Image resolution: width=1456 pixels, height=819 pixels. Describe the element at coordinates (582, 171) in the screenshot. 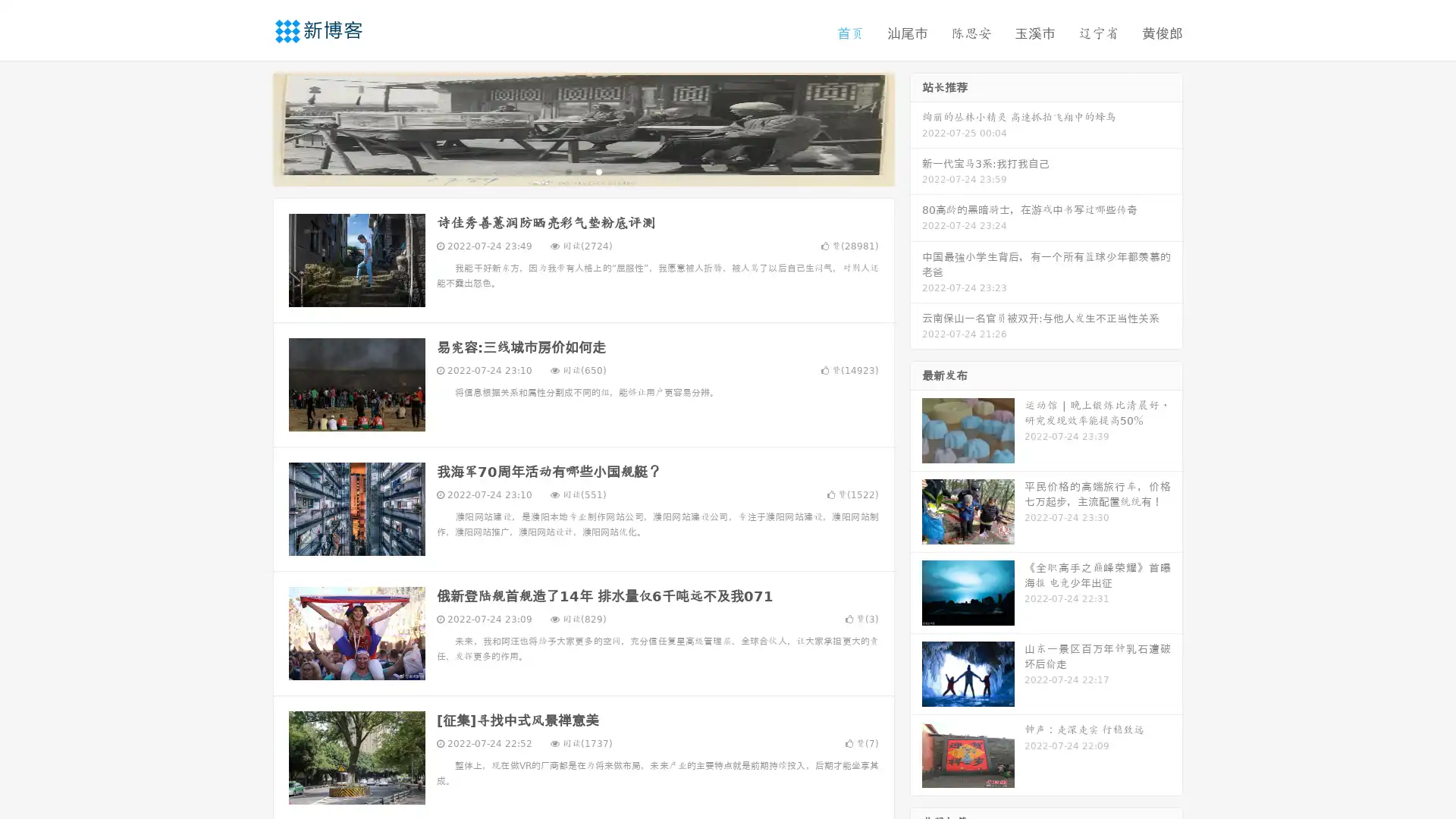

I see `Go to slide 2` at that location.